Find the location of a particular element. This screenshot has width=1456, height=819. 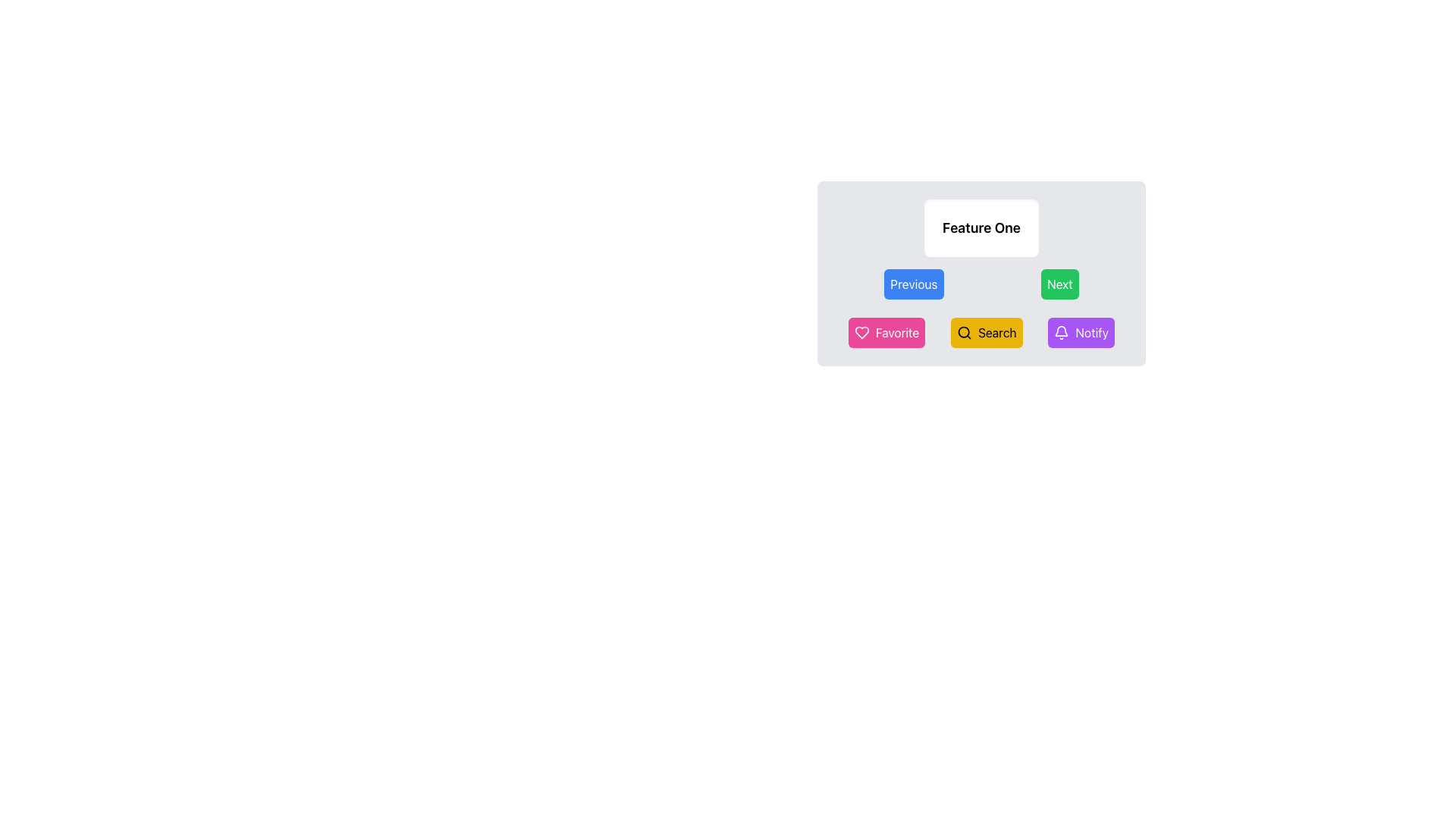

the leftmost button that navigates to the previous item in the gallery is located at coordinates (913, 284).